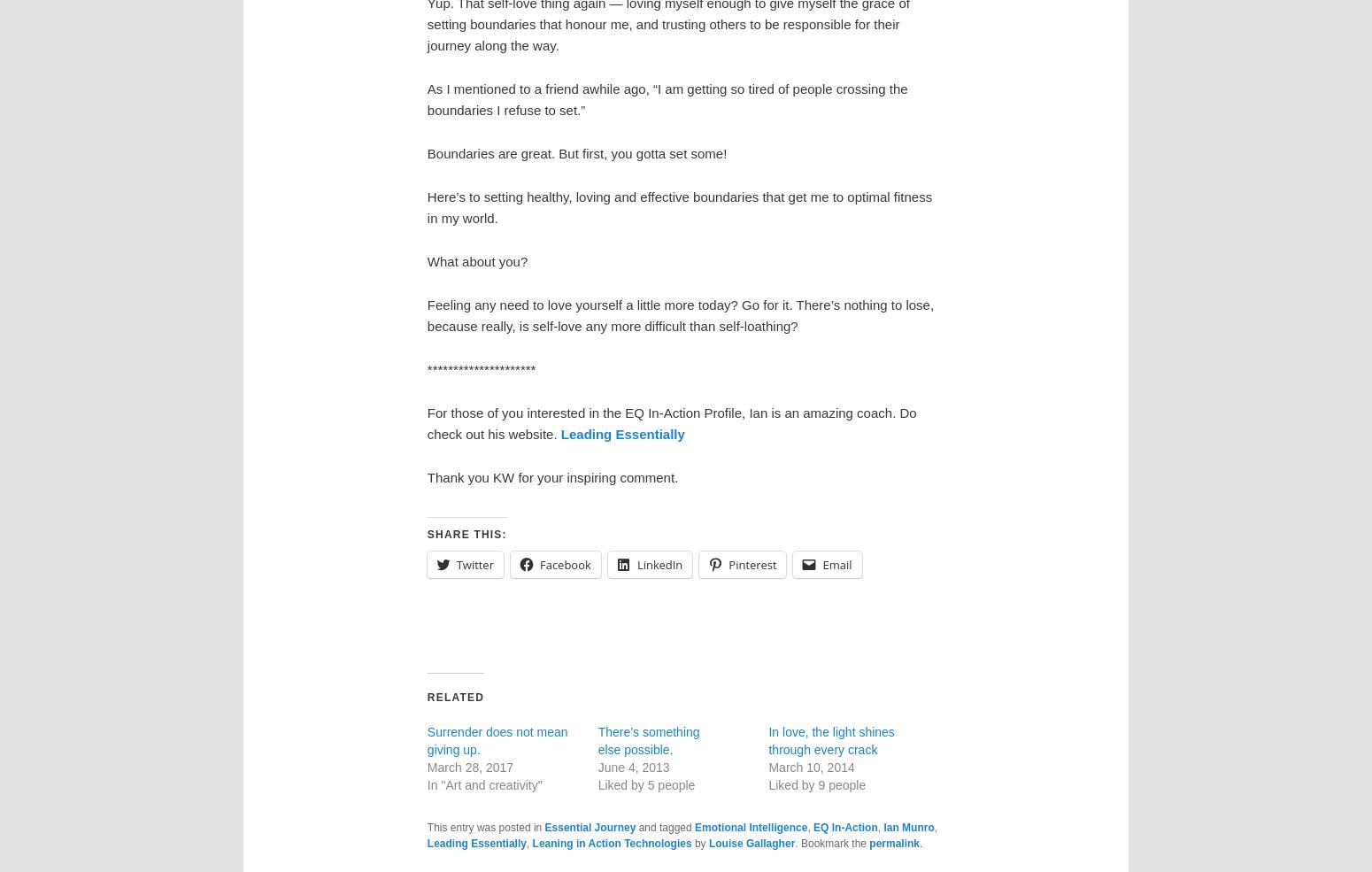 The width and height of the screenshot is (1372, 872). I want to click on 'permalink', so click(867, 843).